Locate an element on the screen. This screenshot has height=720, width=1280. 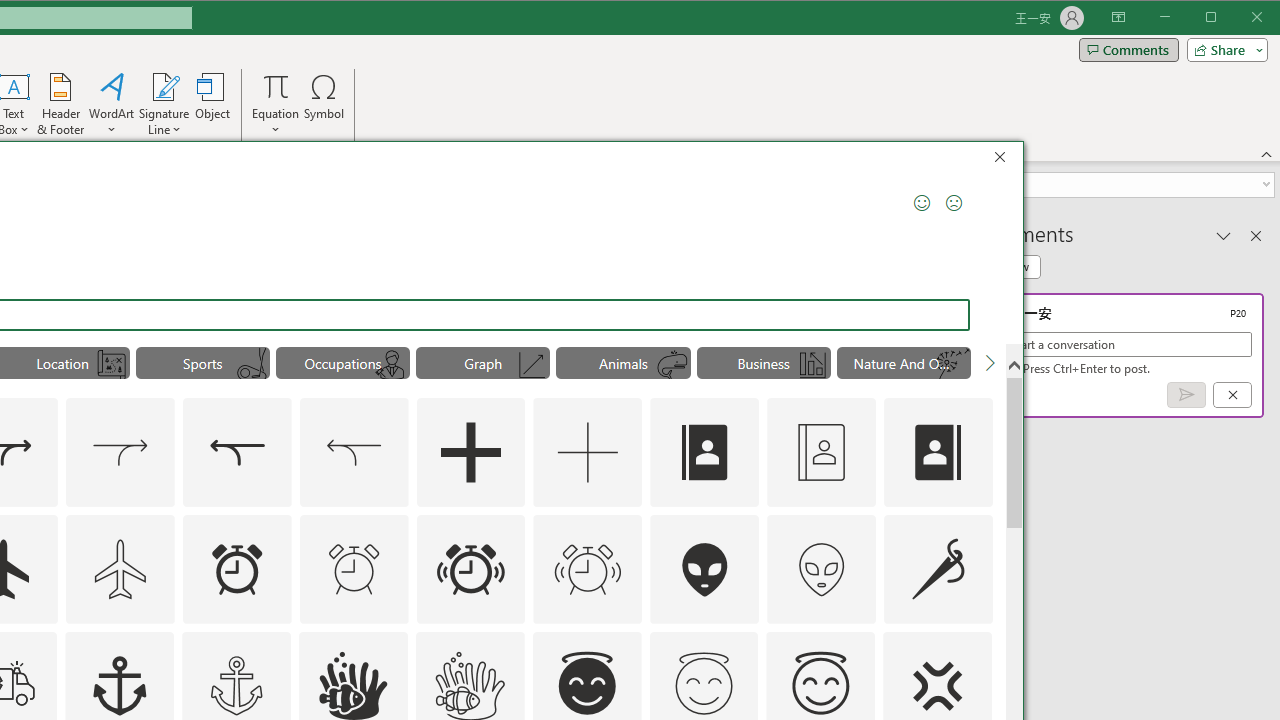
'AutomationID: Icons_Add' is located at coordinates (470, 452).